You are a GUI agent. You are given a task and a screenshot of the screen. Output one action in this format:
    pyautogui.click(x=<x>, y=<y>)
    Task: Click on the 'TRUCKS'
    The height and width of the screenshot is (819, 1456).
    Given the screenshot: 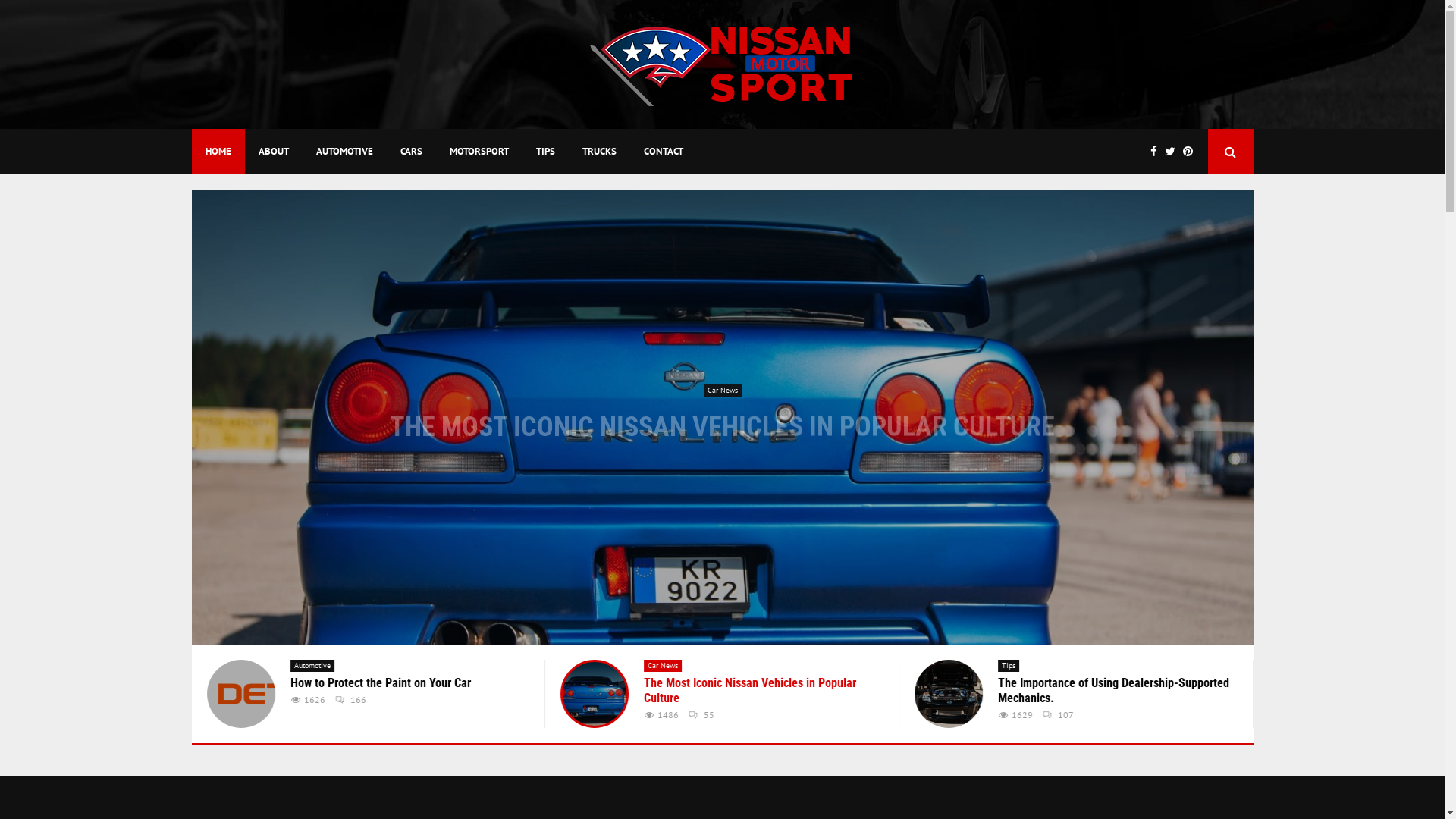 What is the action you would take?
    pyautogui.click(x=598, y=152)
    